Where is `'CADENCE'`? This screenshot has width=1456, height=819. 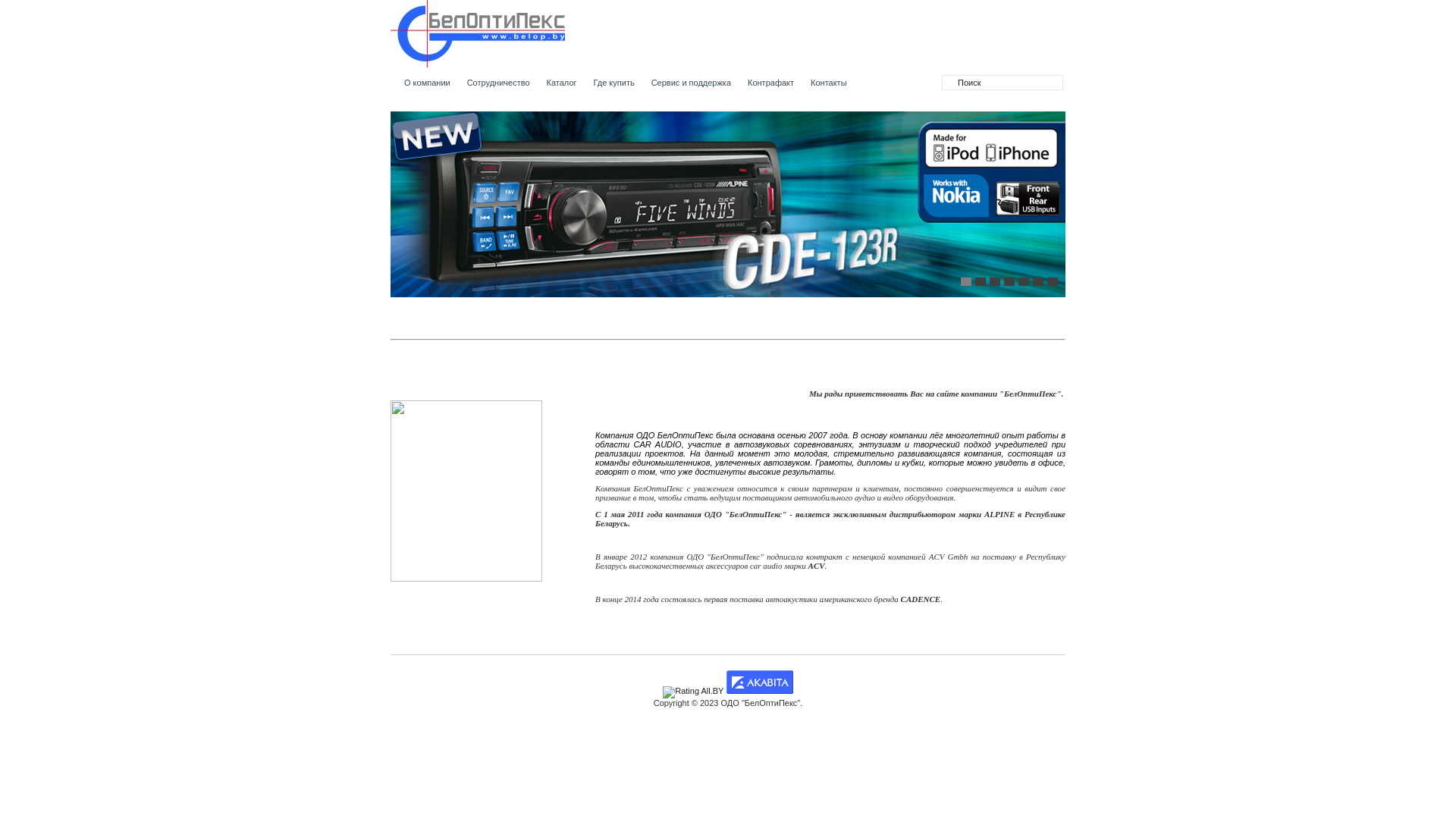 'CADENCE' is located at coordinates (920, 598).